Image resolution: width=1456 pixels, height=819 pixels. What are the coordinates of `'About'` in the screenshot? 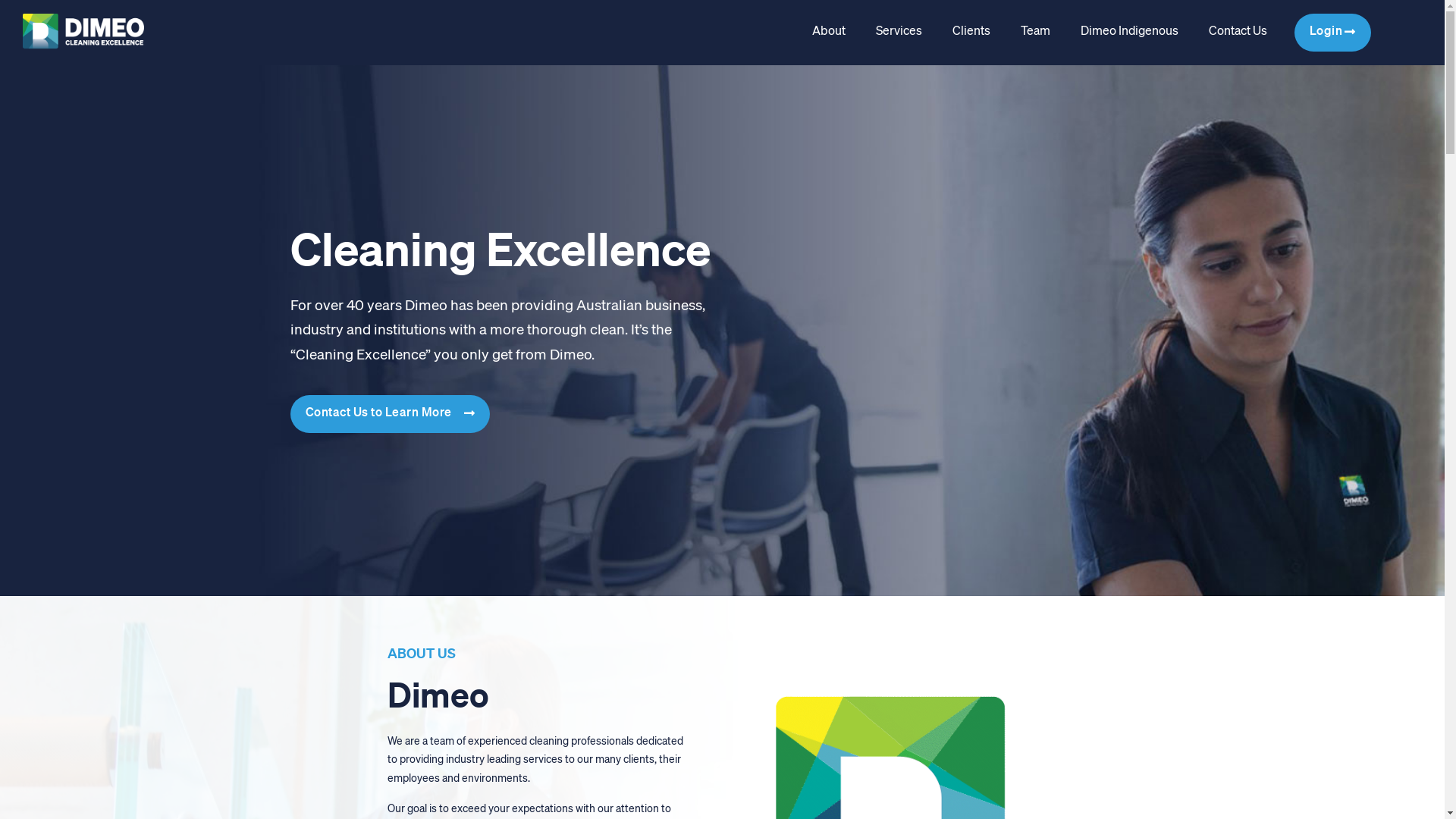 It's located at (827, 32).